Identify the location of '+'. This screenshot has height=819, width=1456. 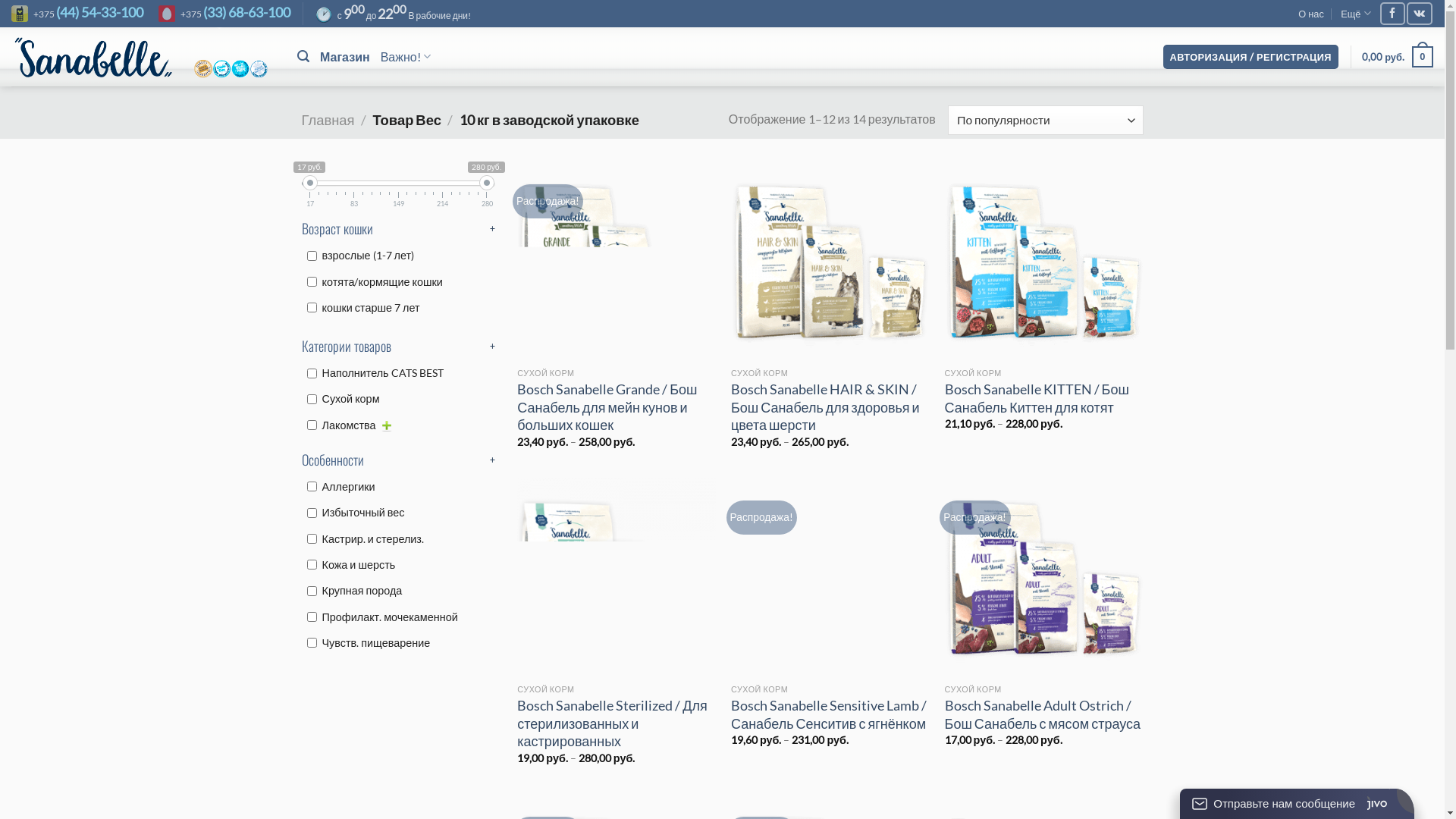
(490, 228).